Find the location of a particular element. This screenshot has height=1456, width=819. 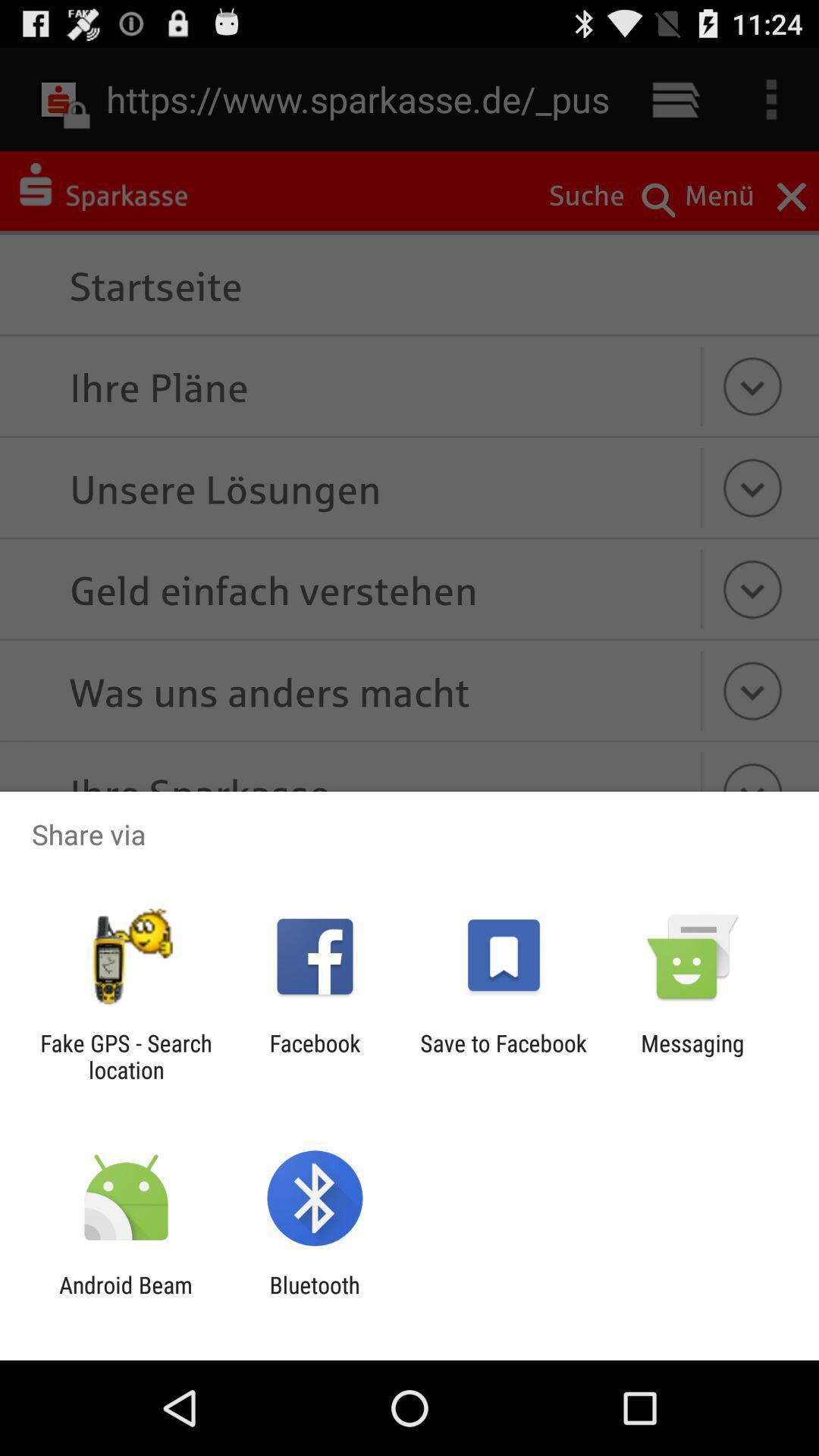

the icon next to android beam item is located at coordinates (314, 1298).